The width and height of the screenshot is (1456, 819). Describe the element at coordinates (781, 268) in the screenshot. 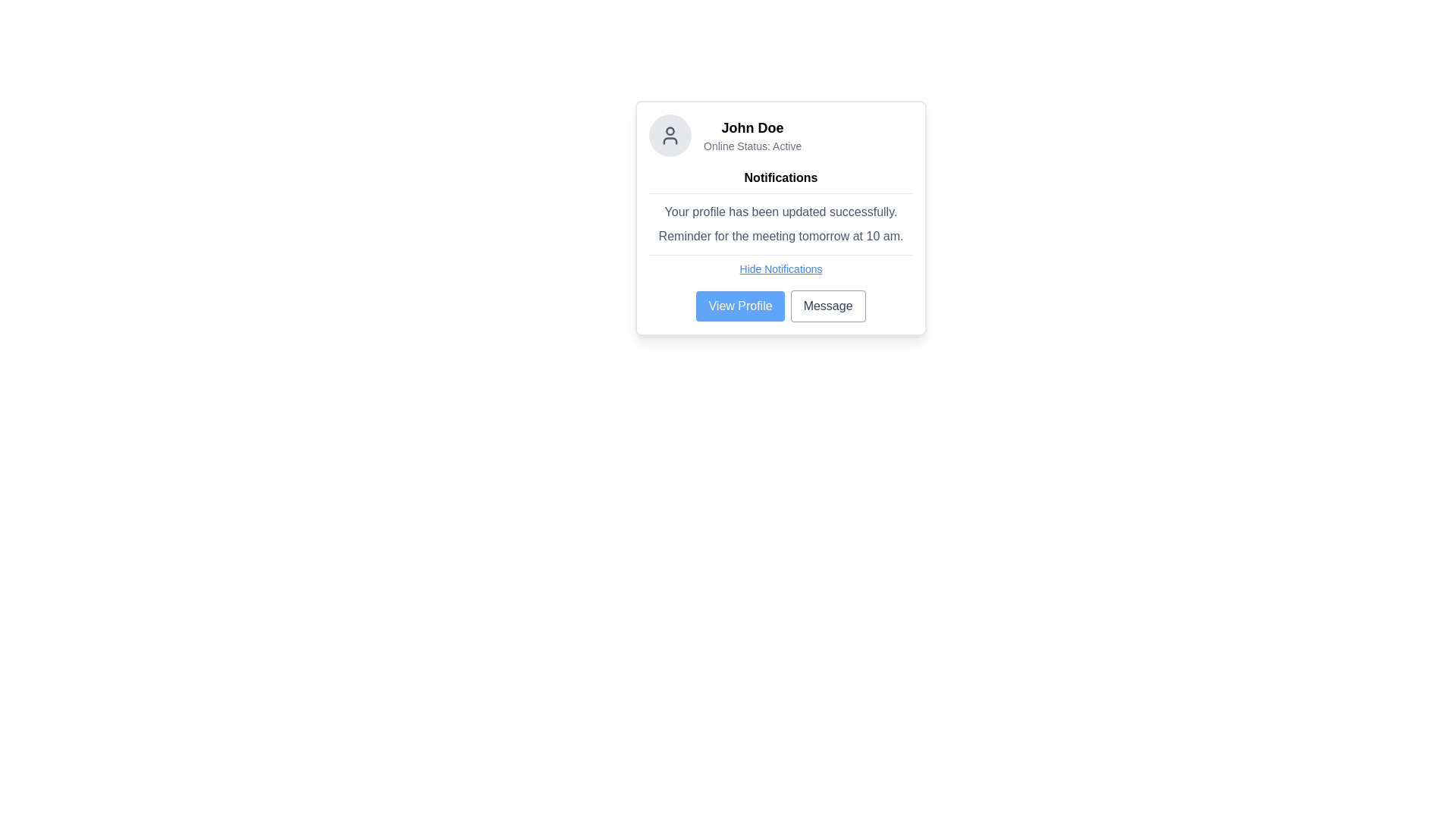

I see `the blue underlined text hyperlink reading 'Hide Notifications'` at that location.